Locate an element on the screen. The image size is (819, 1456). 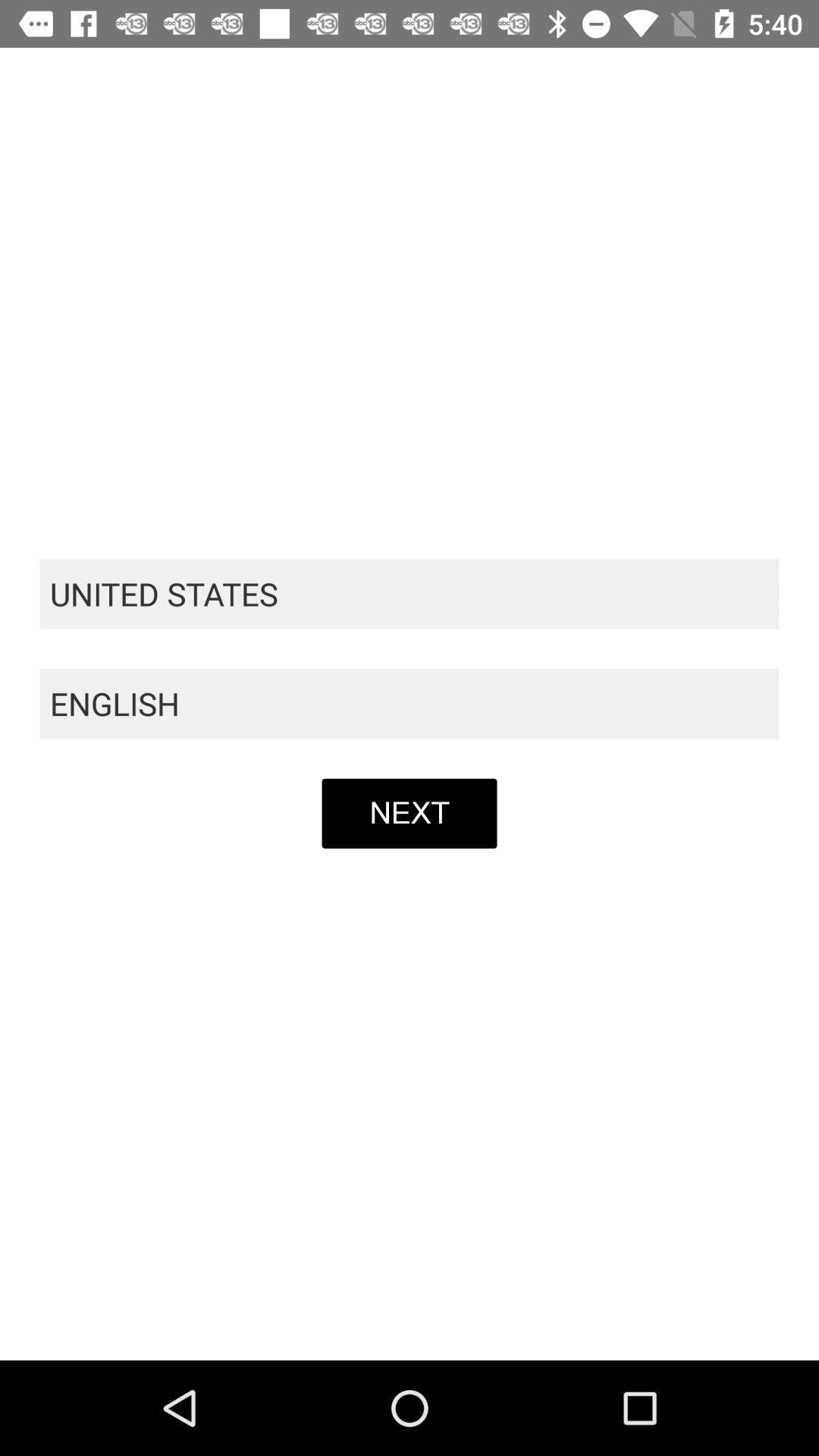
item below the english item is located at coordinates (409, 812).